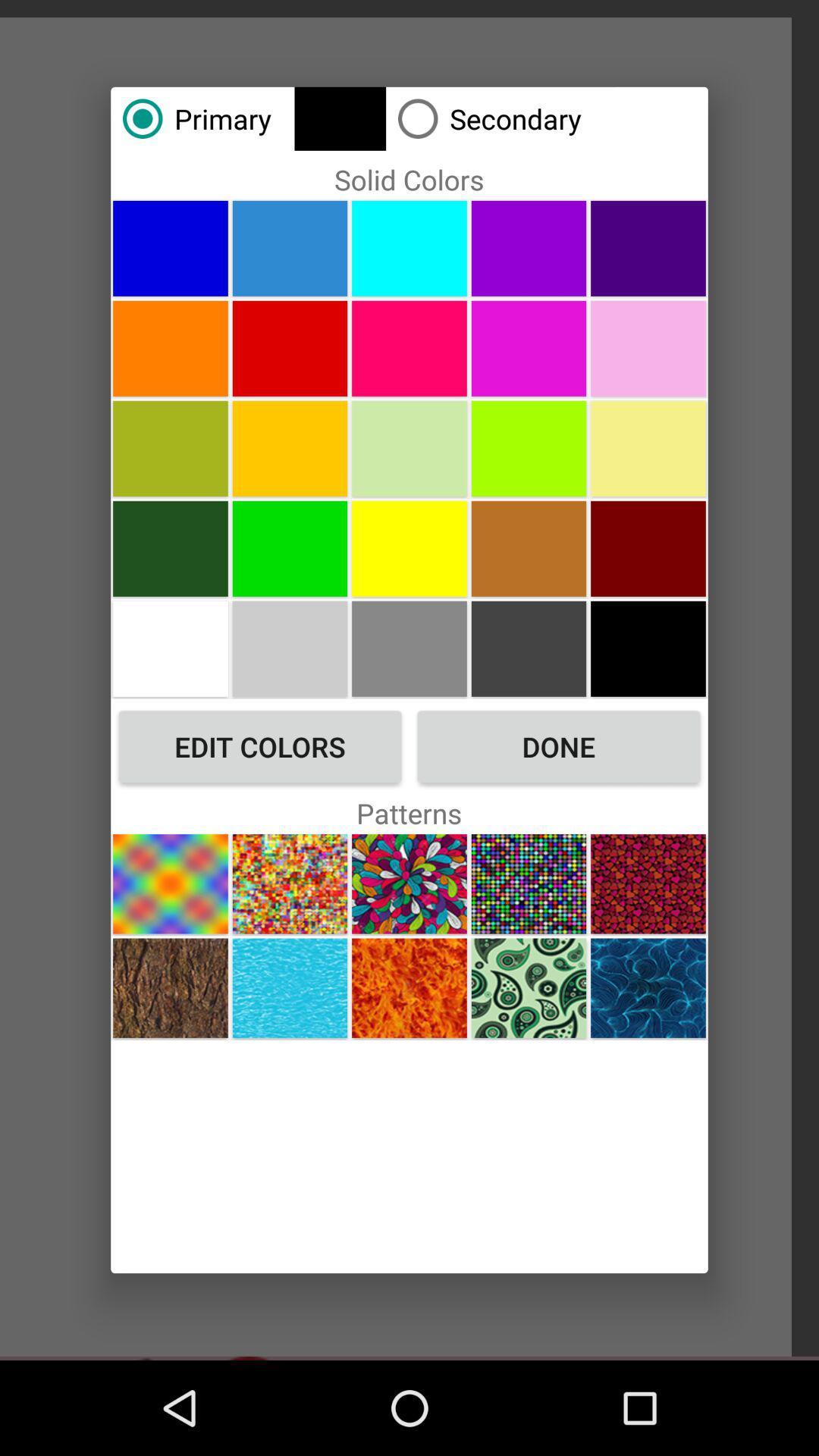 This screenshot has height=1456, width=819. Describe the element at coordinates (170, 447) in the screenshot. I see `pale green color` at that location.